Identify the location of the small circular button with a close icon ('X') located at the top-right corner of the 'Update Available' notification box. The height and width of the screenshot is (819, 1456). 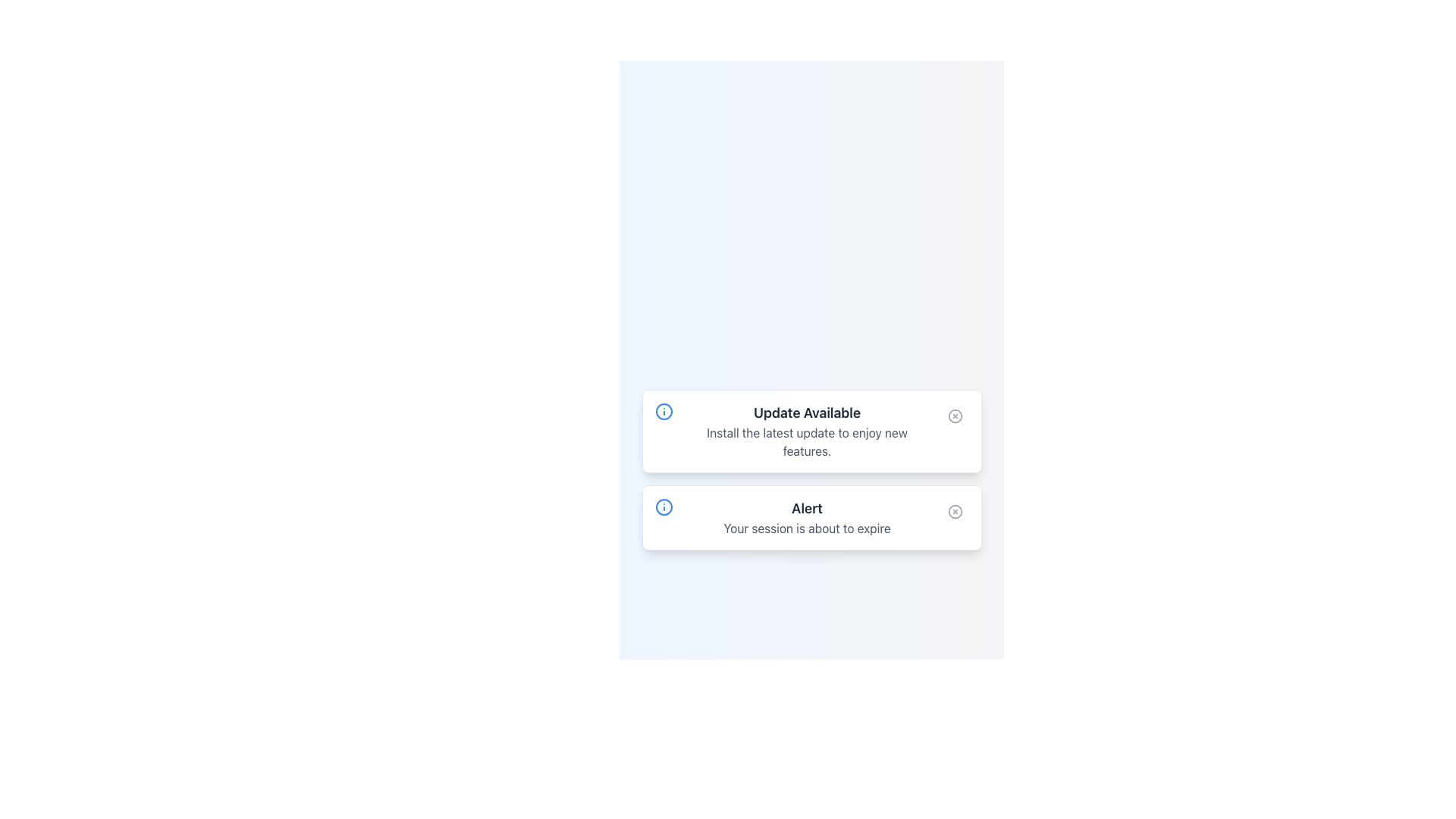
(954, 416).